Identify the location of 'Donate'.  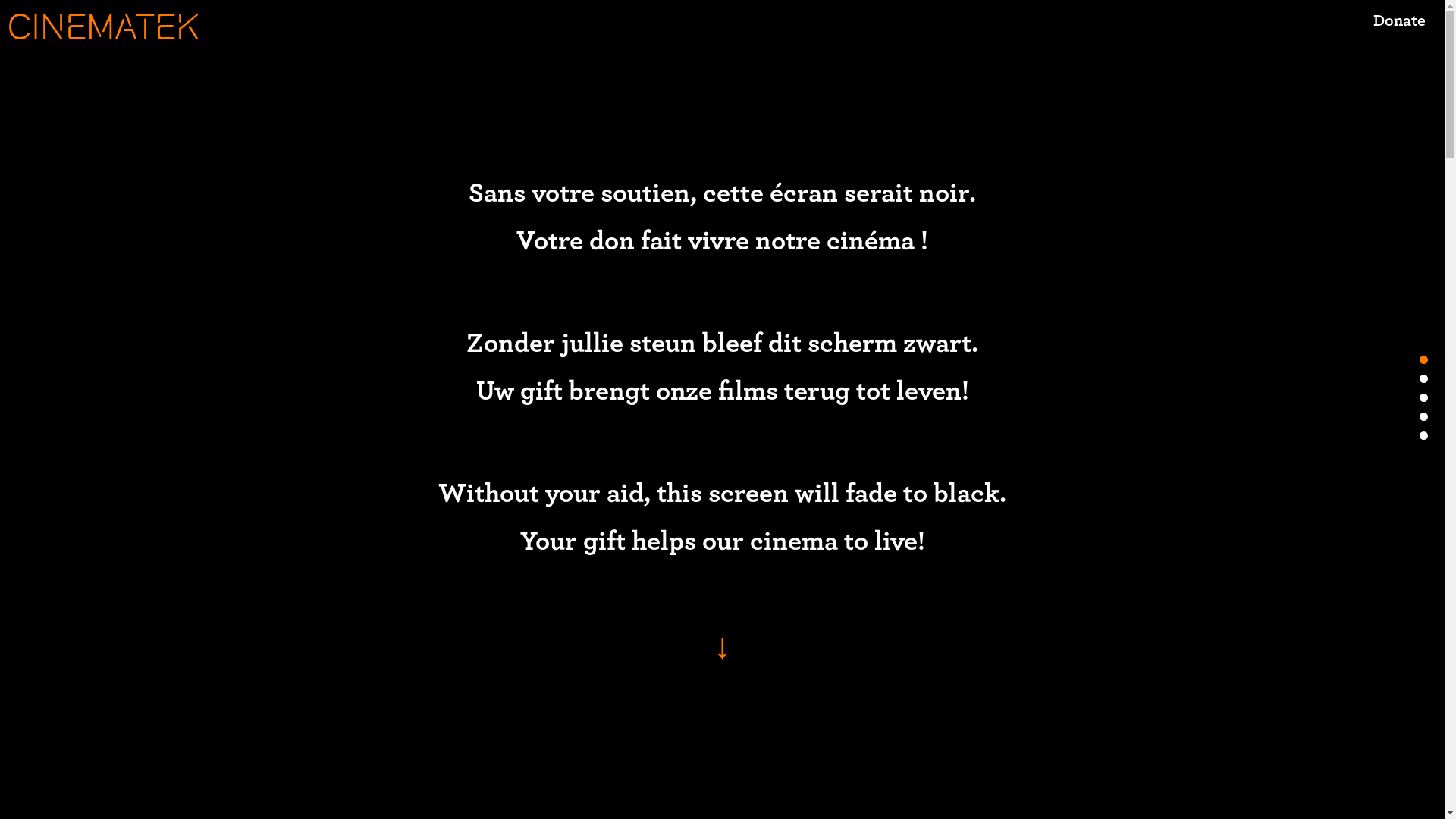
(1398, 32).